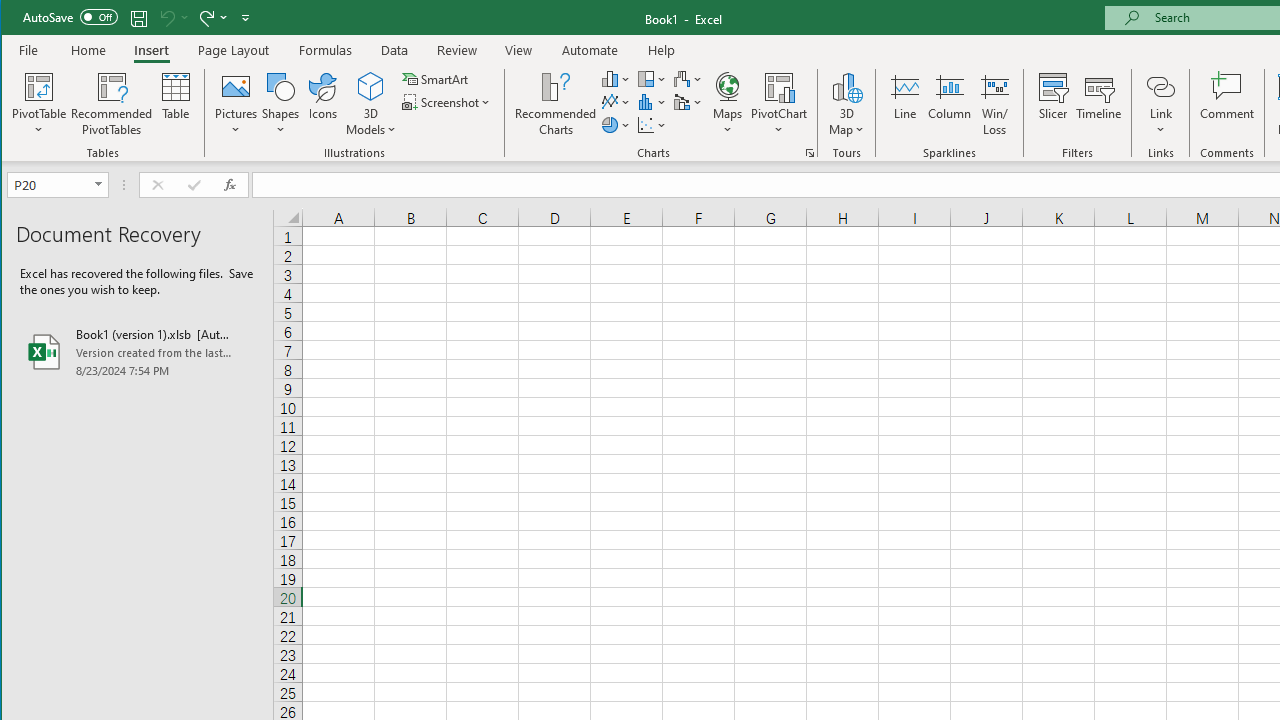 Image resolution: width=1280 pixels, height=720 pixels. I want to click on 'Pictures', so click(236, 104).